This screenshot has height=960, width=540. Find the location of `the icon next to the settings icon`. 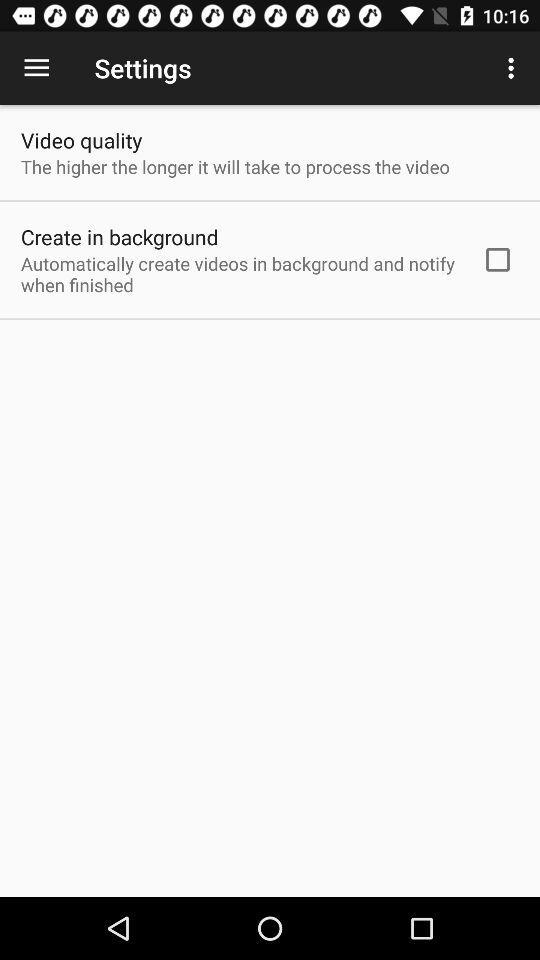

the icon next to the settings icon is located at coordinates (36, 68).